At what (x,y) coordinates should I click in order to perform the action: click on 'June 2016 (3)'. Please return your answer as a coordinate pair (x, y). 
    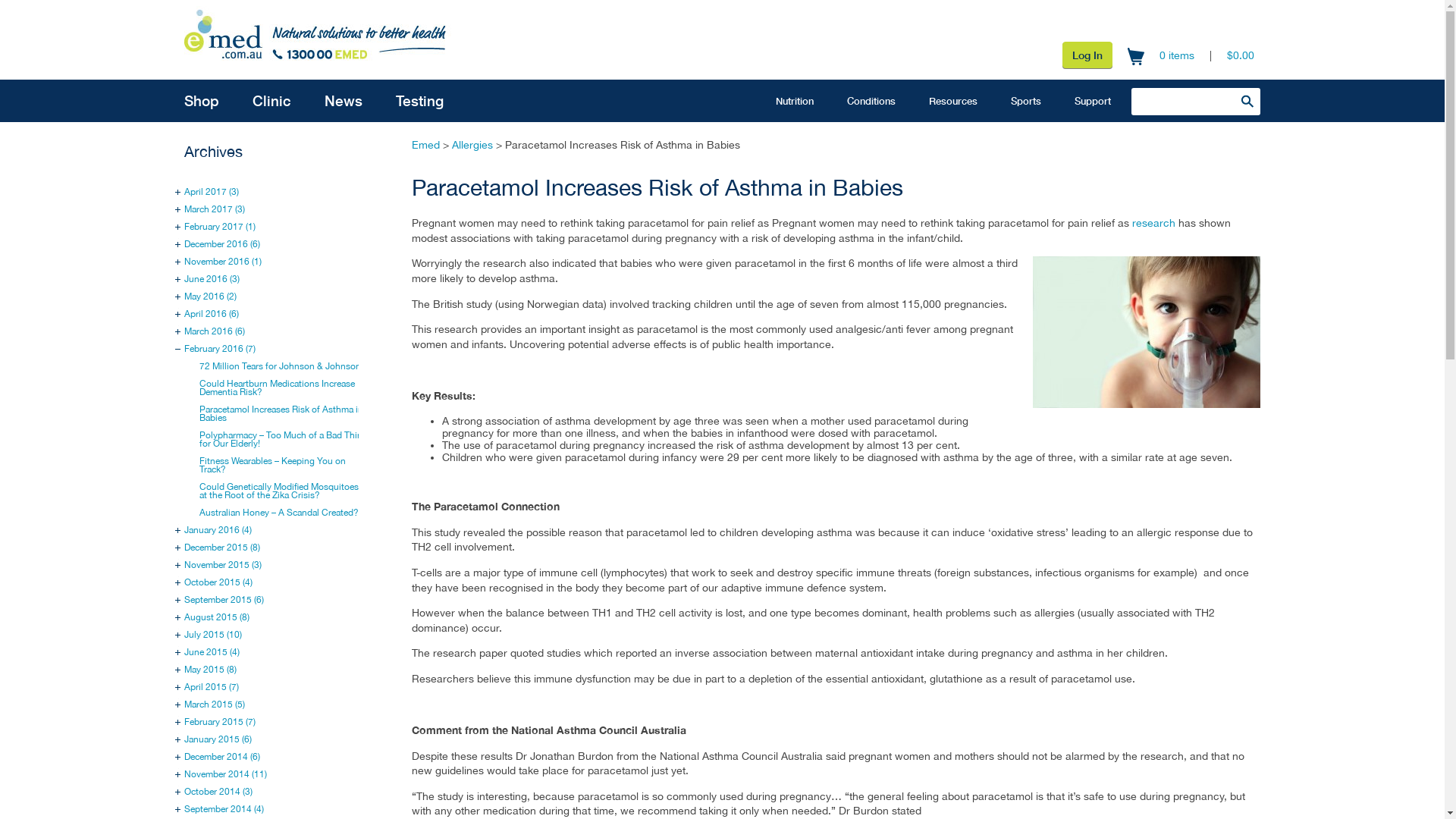
    Looking at the image, I should click on (211, 278).